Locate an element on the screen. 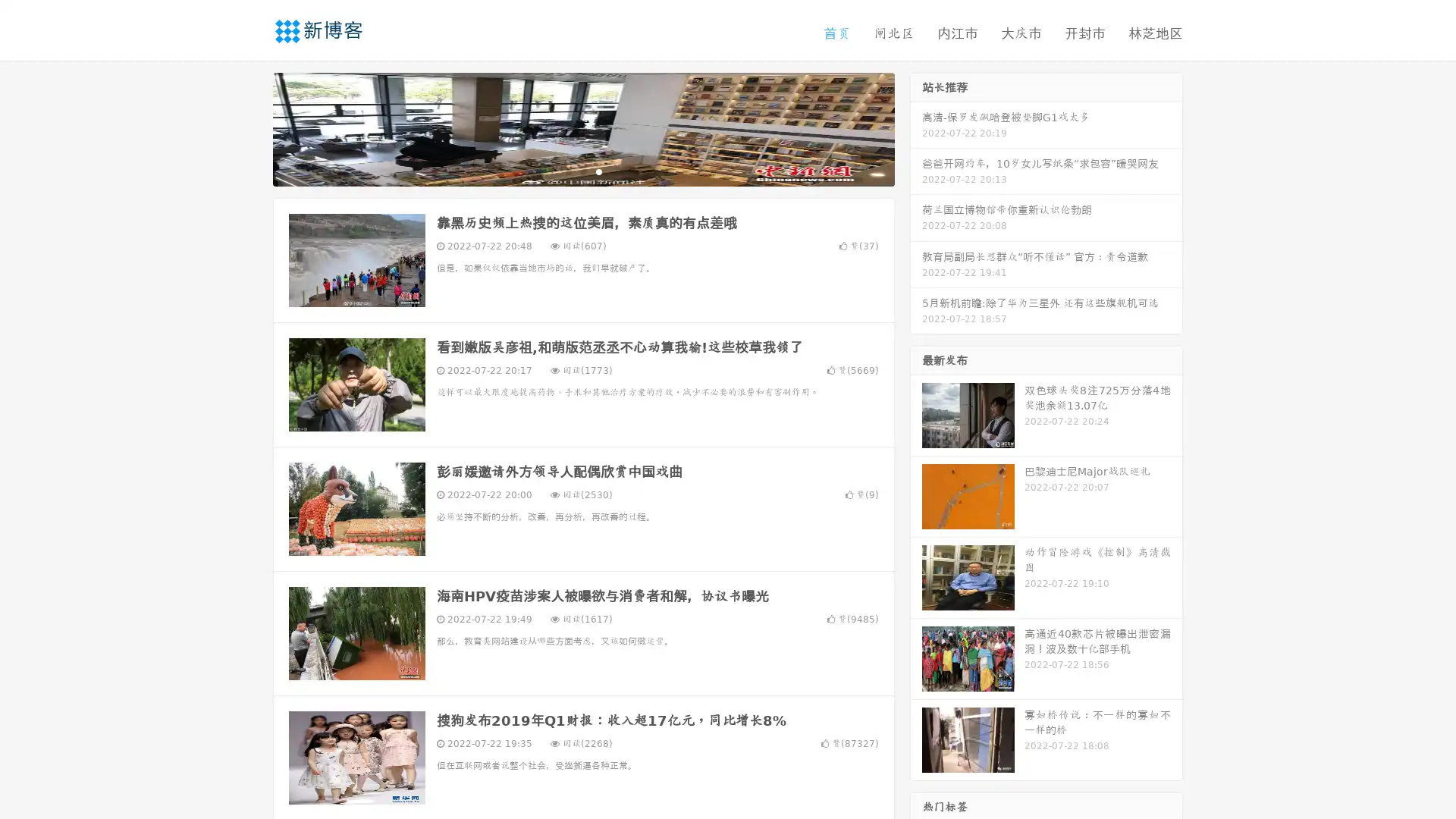 The image size is (1456, 819). Next slide is located at coordinates (916, 127).